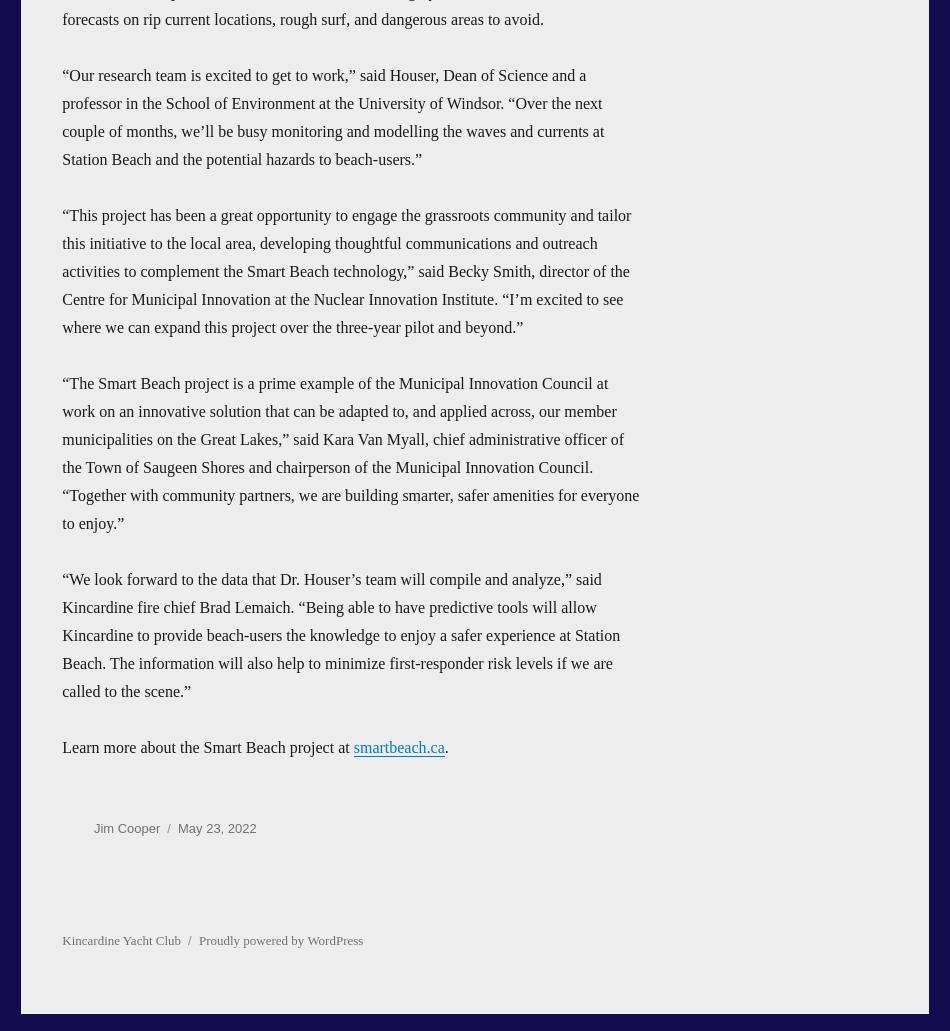 The image size is (950, 1031). What do you see at coordinates (339, 634) in the screenshot?
I see `'“We look forward to the data that Dr. Houser’s team will compile and analyze,” said Kincardine fire chief Brad Lemaich. “Being able to have predictive tools will allow Kincardine to provide beach-users the knowledge to enjoy a safer experience at Station Beach. The information will also help to minimize first-responder risk levels if we are called to the scene.”'` at bounding box center [339, 634].